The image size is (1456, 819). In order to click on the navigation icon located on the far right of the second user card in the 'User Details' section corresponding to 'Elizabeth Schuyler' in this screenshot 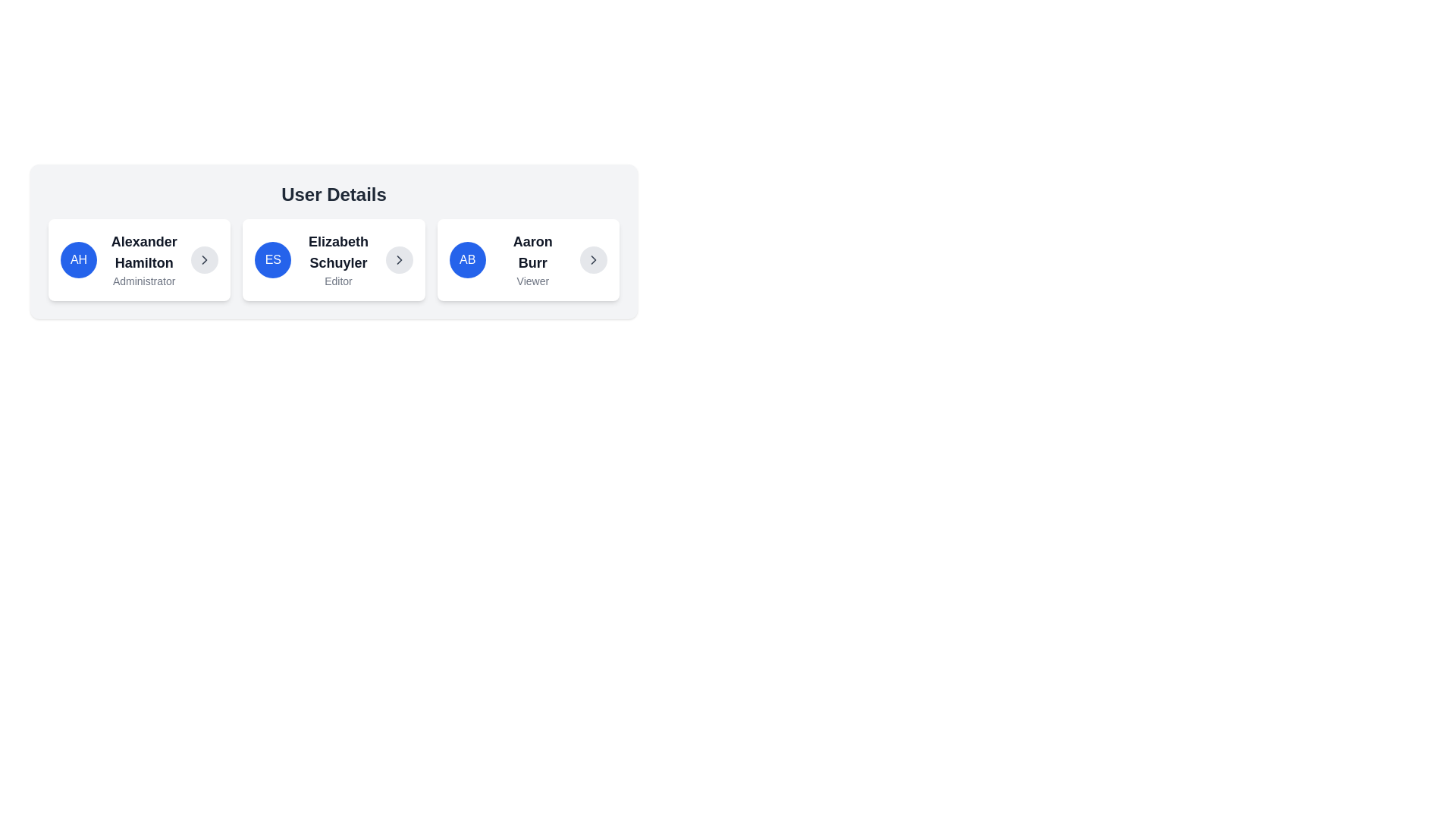, I will do `click(399, 259)`.